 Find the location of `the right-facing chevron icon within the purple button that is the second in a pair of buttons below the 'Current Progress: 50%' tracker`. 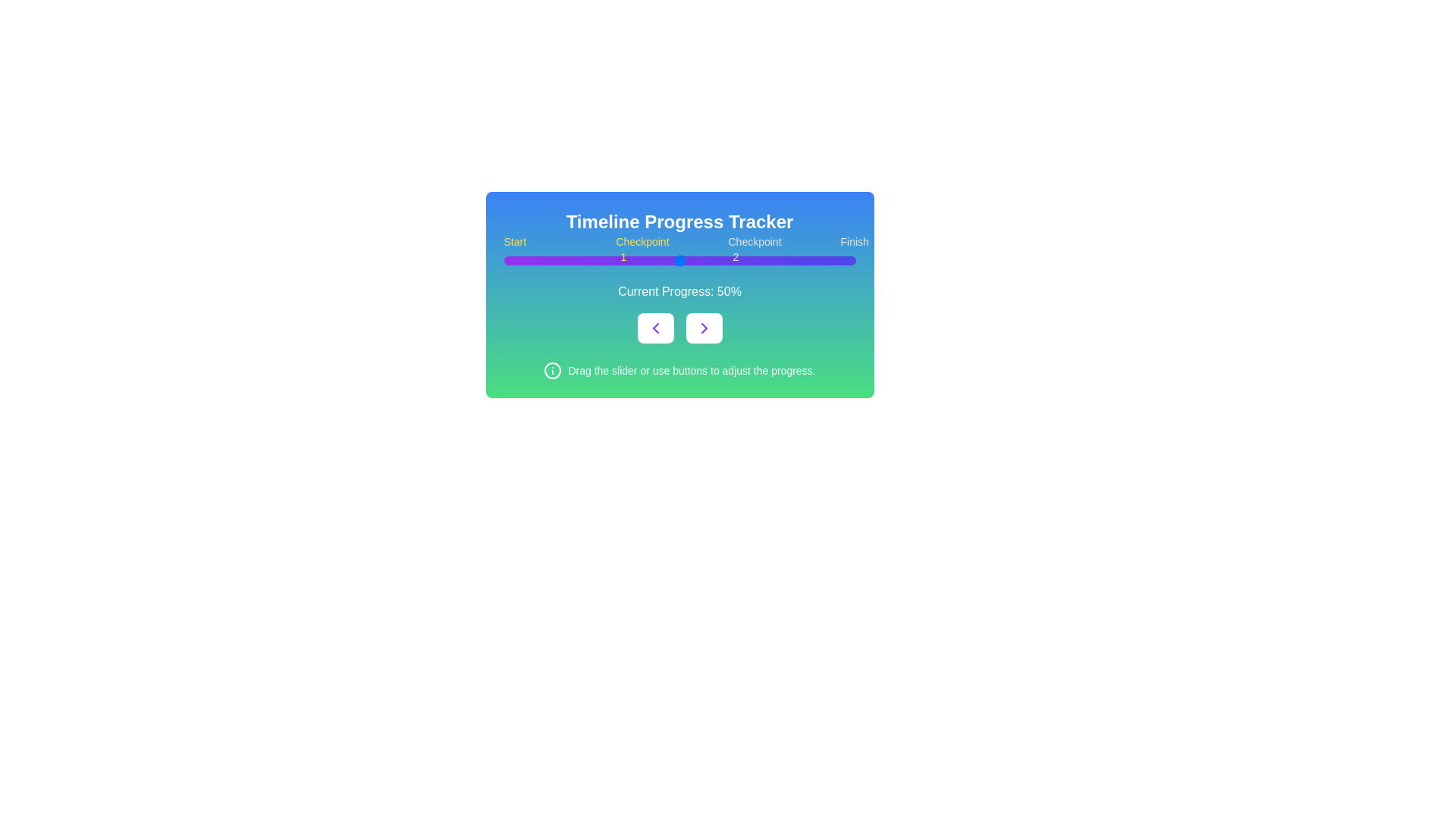

the right-facing chevron icon within the purple button that is the second in a pair of buttons below the 'Current Progress: 50%' tracker is located at coordinates (703, 327).